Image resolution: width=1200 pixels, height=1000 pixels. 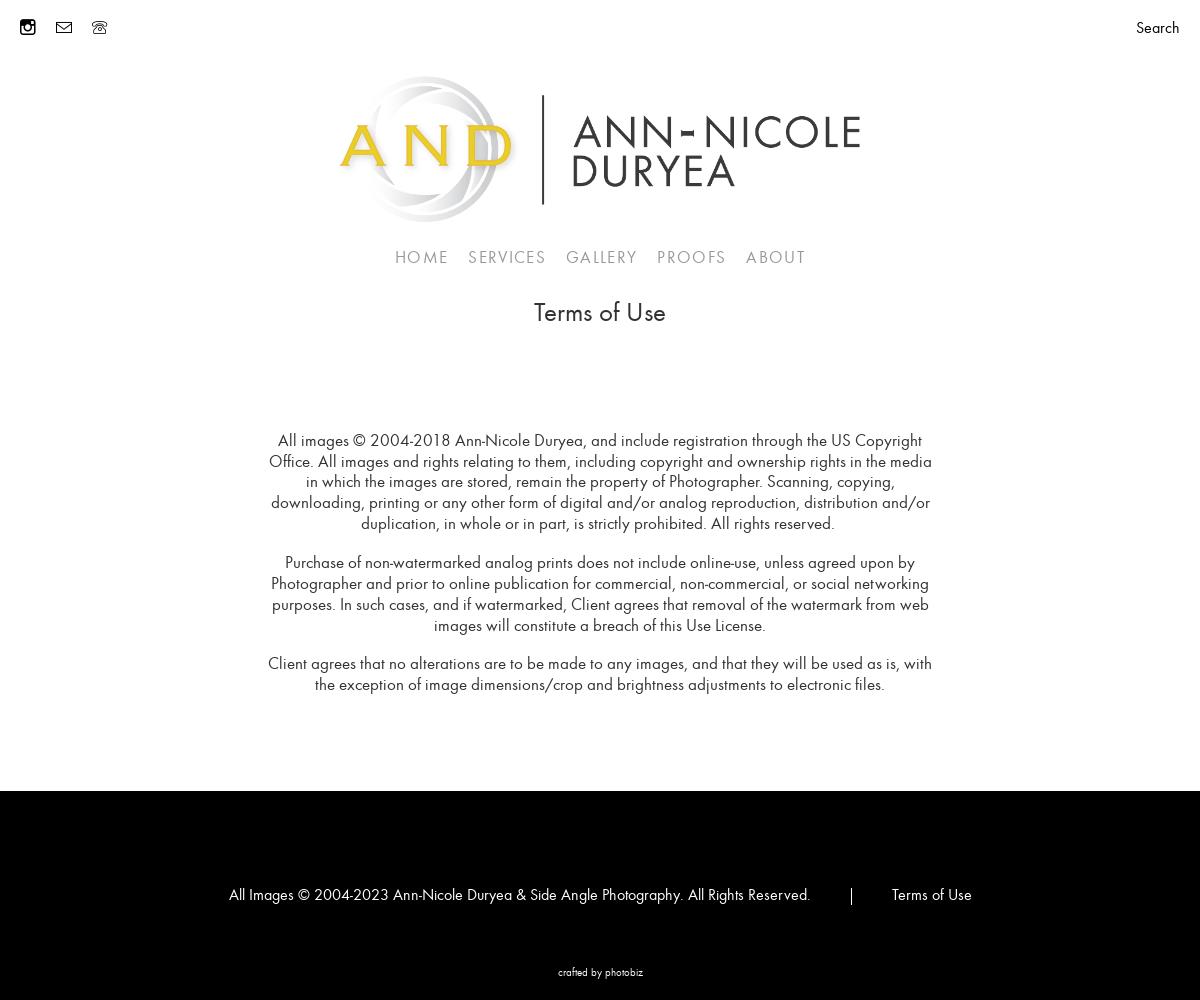 I want to click on 'Search', so click(x=1157, y=29).